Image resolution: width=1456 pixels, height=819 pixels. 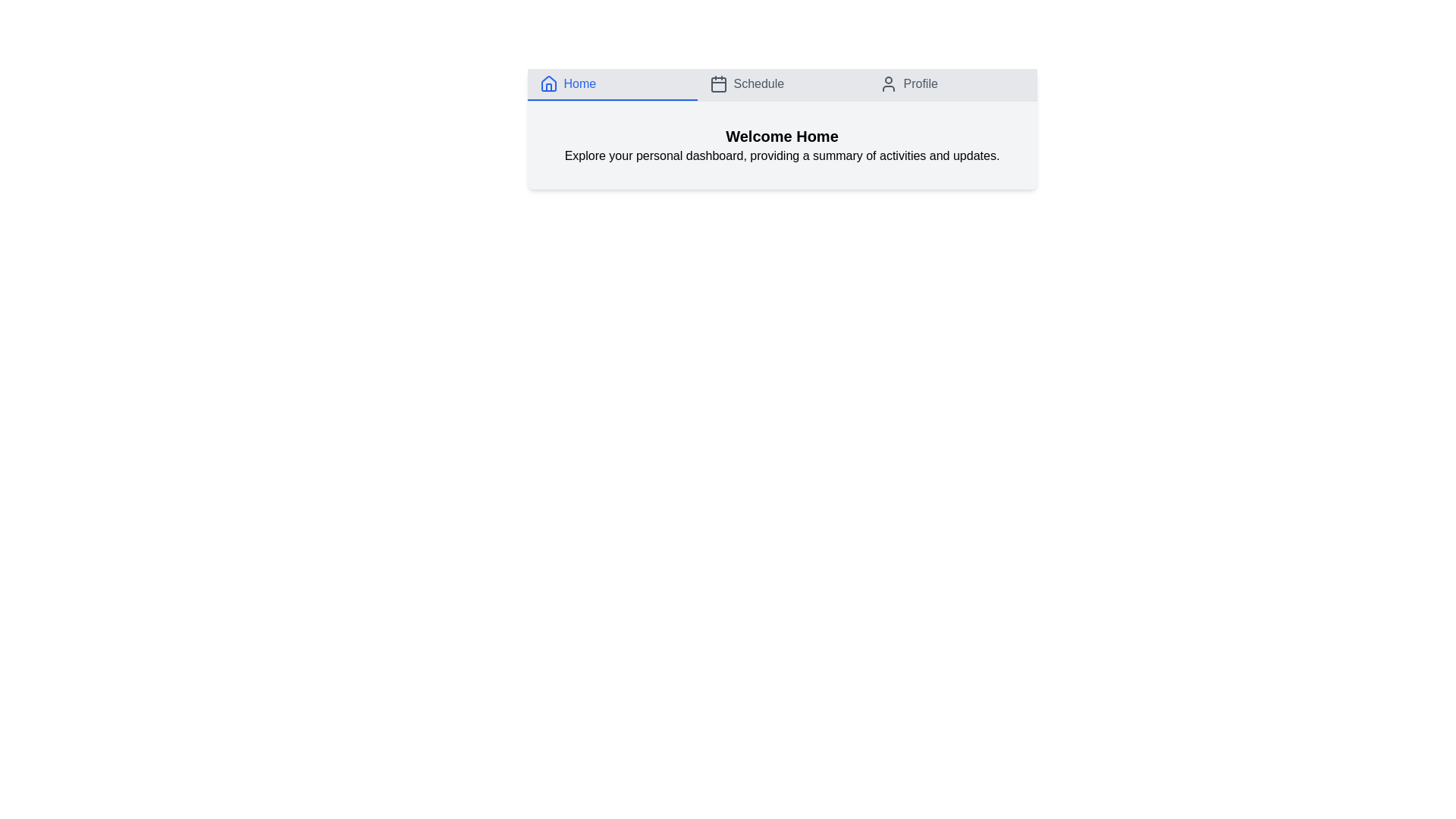 I want to click on the Profile tab, so click(x=951, y=84).